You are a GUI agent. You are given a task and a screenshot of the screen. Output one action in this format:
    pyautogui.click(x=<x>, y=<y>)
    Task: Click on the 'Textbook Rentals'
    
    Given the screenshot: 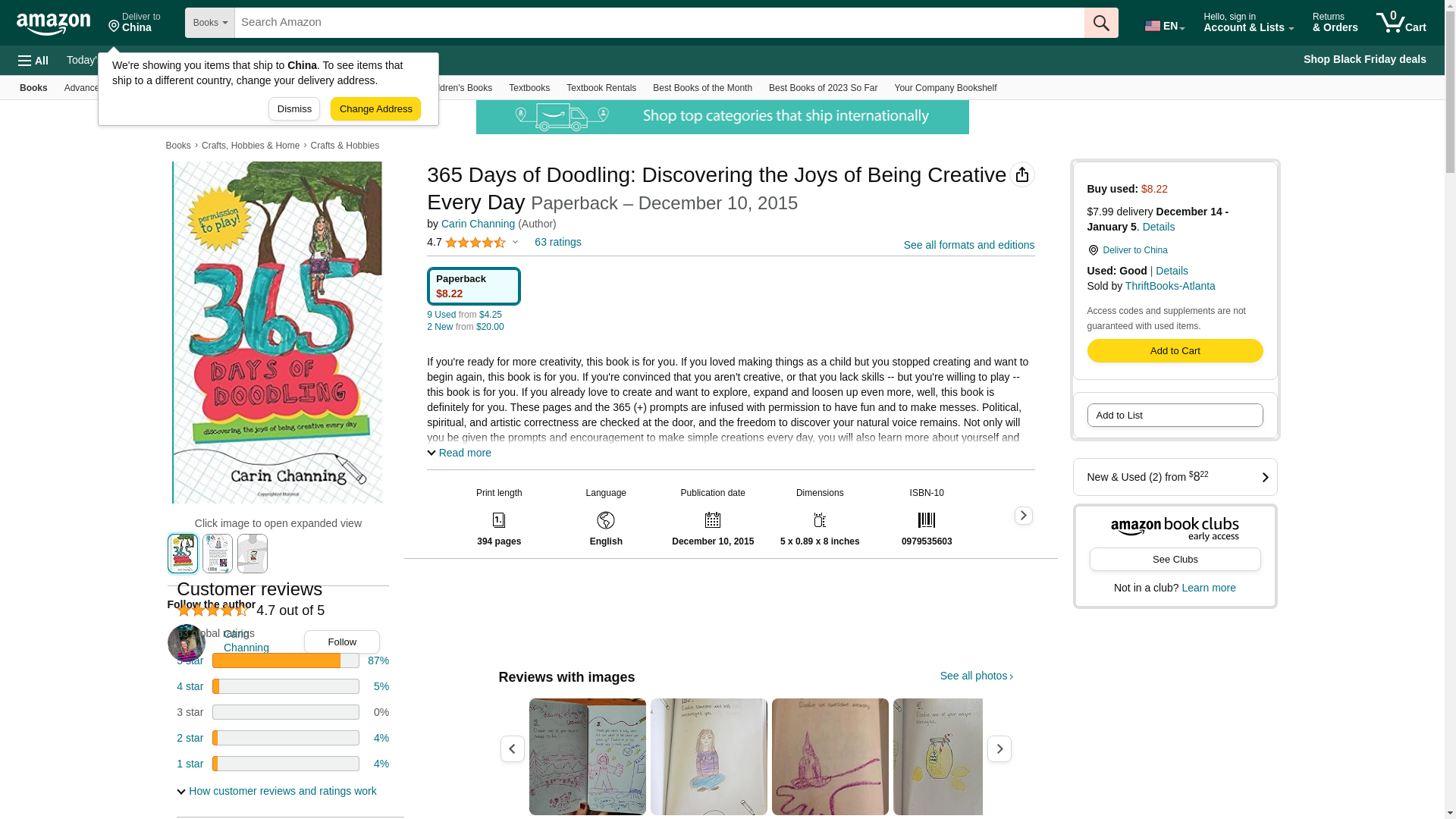 What is the action you would take?
    pyautogui.click(x=600, y=87)
    